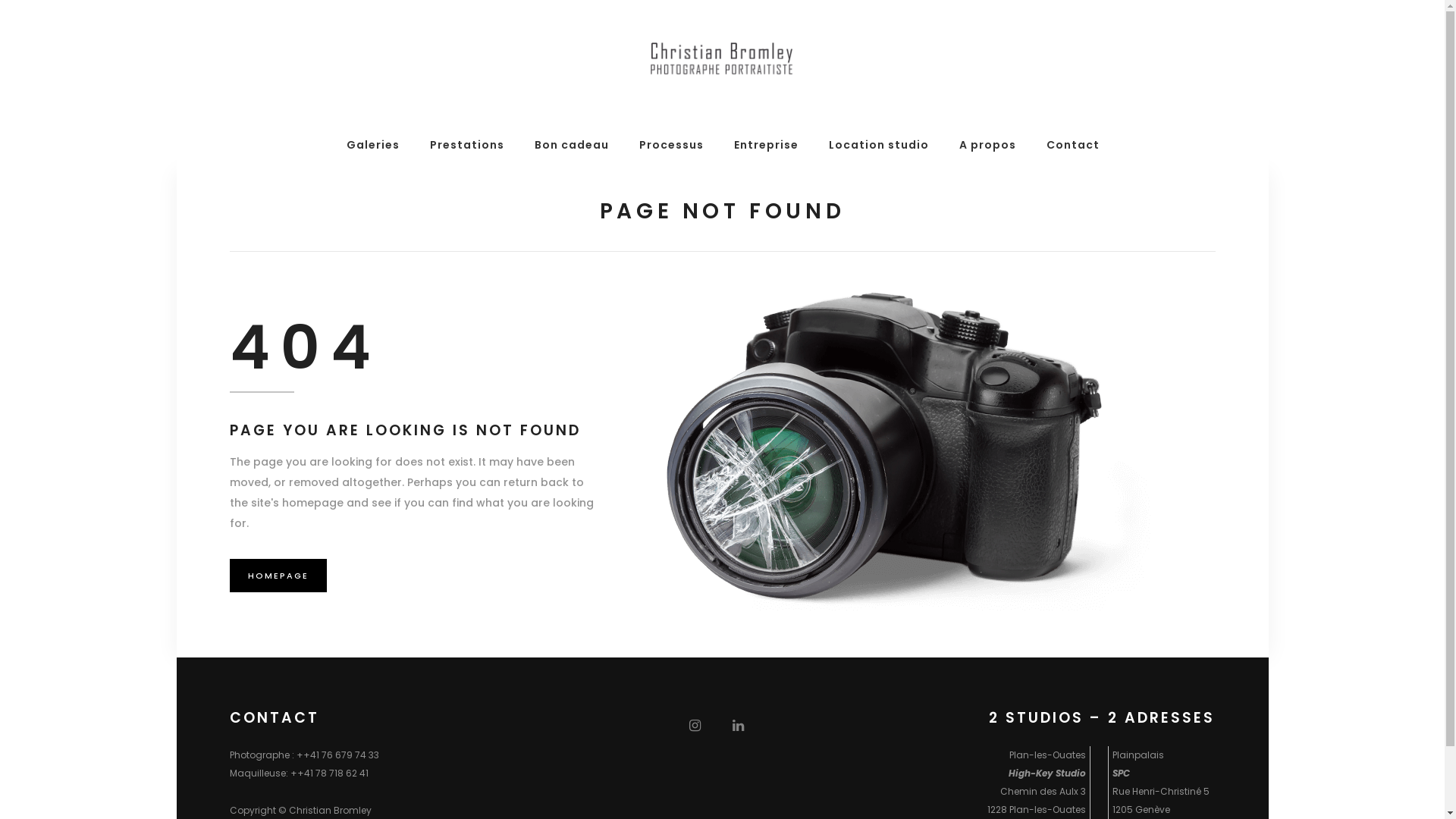 The height and width of the screenshot is (819, 1456). I want to click on 'Location studio', so click(811, 145).